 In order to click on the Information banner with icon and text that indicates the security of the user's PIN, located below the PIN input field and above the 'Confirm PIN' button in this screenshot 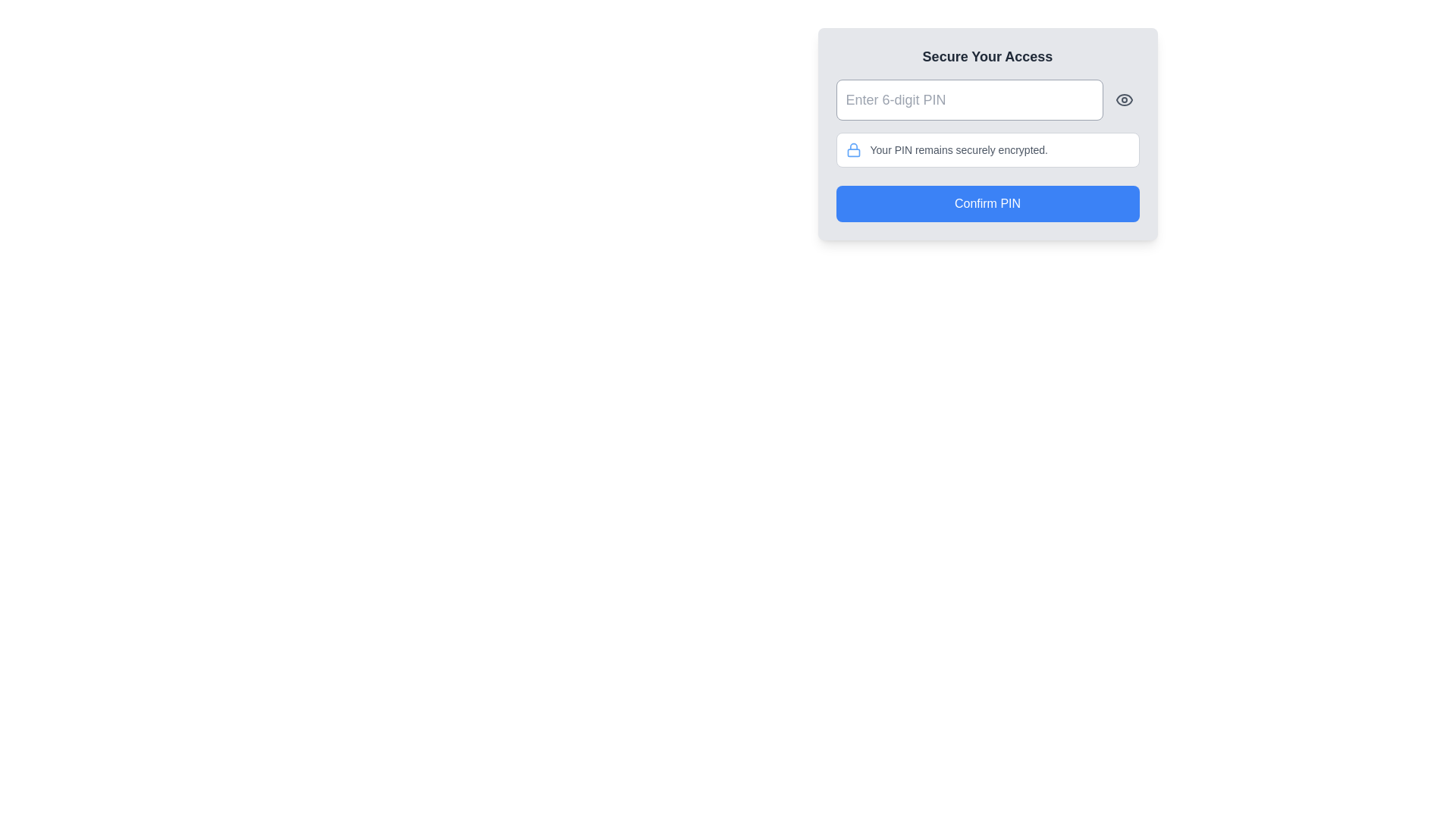, I will do `click(987, 149)`.